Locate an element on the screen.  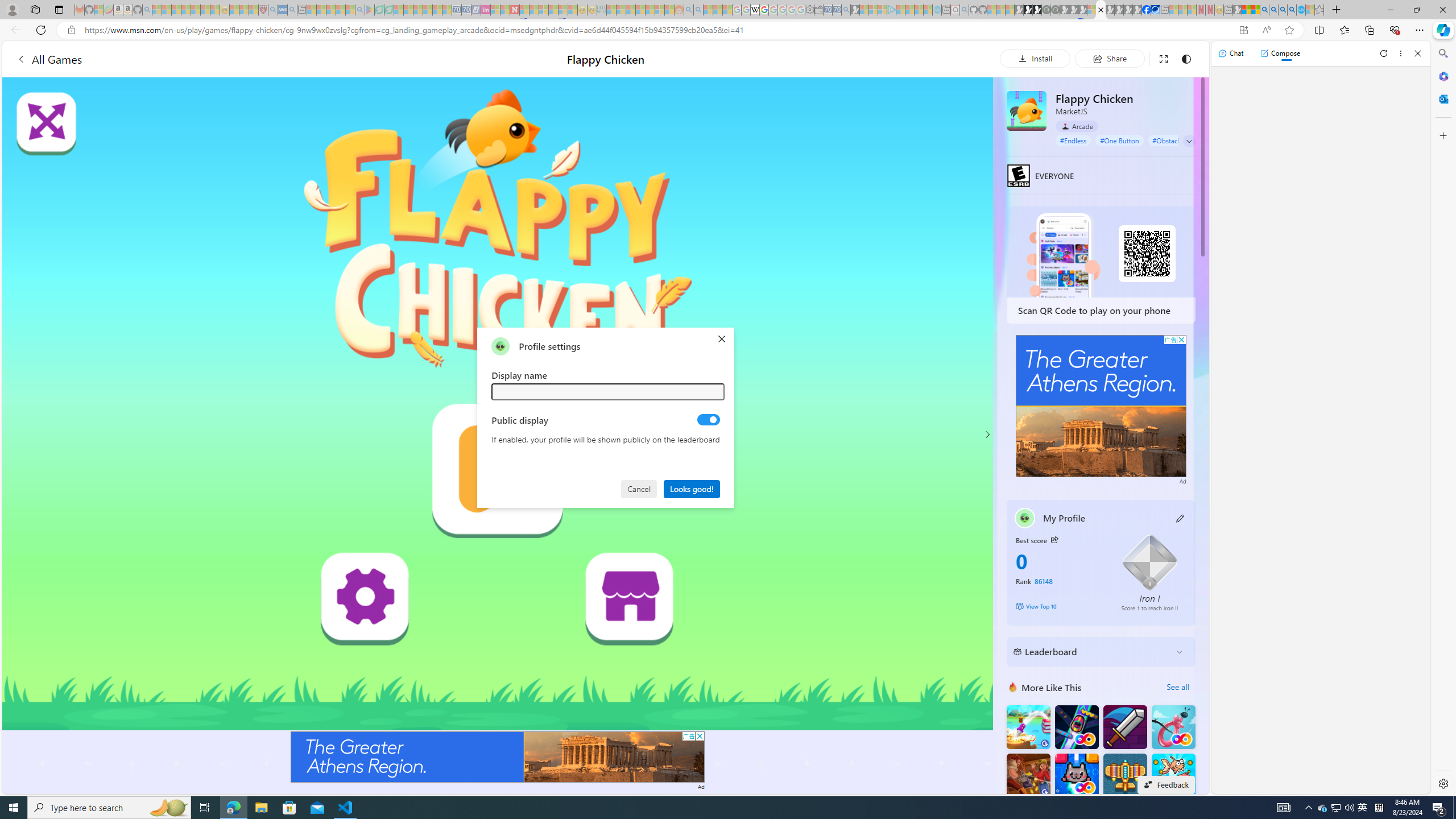
'Change to dark mode' is located at coordinates (1185, 58).